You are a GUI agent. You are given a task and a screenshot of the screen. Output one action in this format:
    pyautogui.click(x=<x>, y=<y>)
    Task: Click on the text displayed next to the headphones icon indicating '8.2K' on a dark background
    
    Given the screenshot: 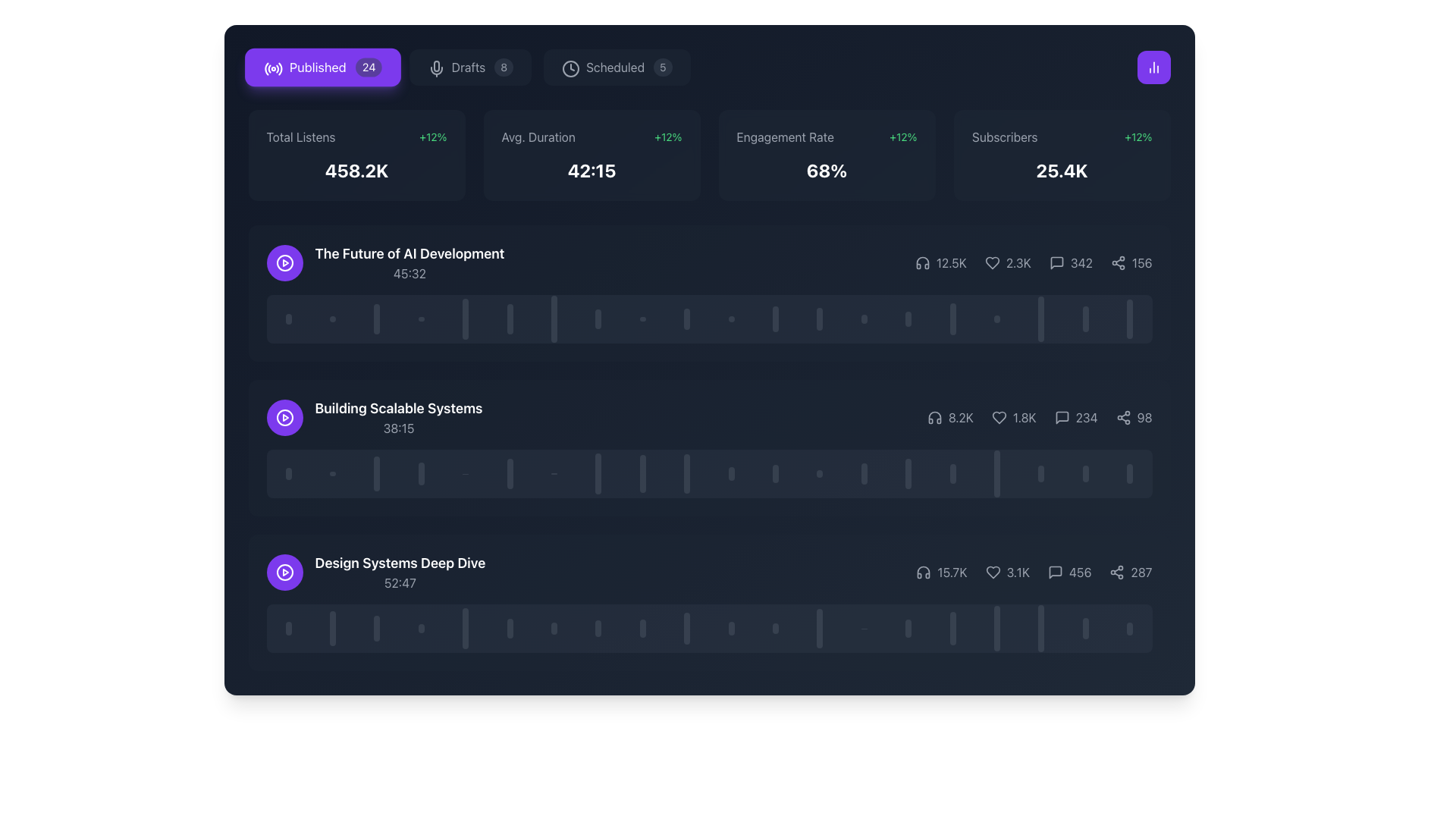 What is the action you would take?
    pyautogui.click(x=949, y=418)
    